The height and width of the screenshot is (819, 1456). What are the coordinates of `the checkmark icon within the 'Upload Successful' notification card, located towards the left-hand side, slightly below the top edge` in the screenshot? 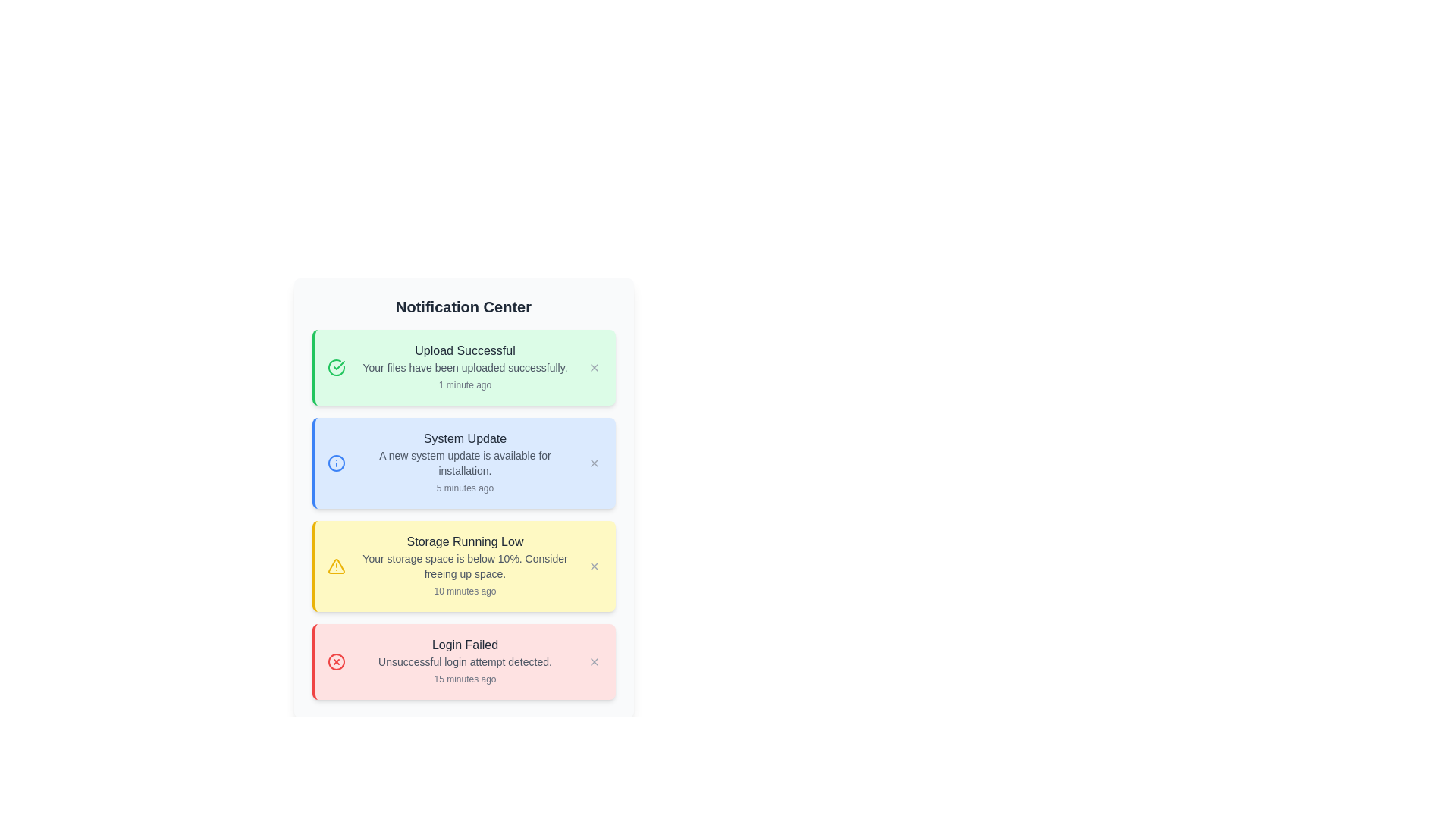 It's located at (337, 366).